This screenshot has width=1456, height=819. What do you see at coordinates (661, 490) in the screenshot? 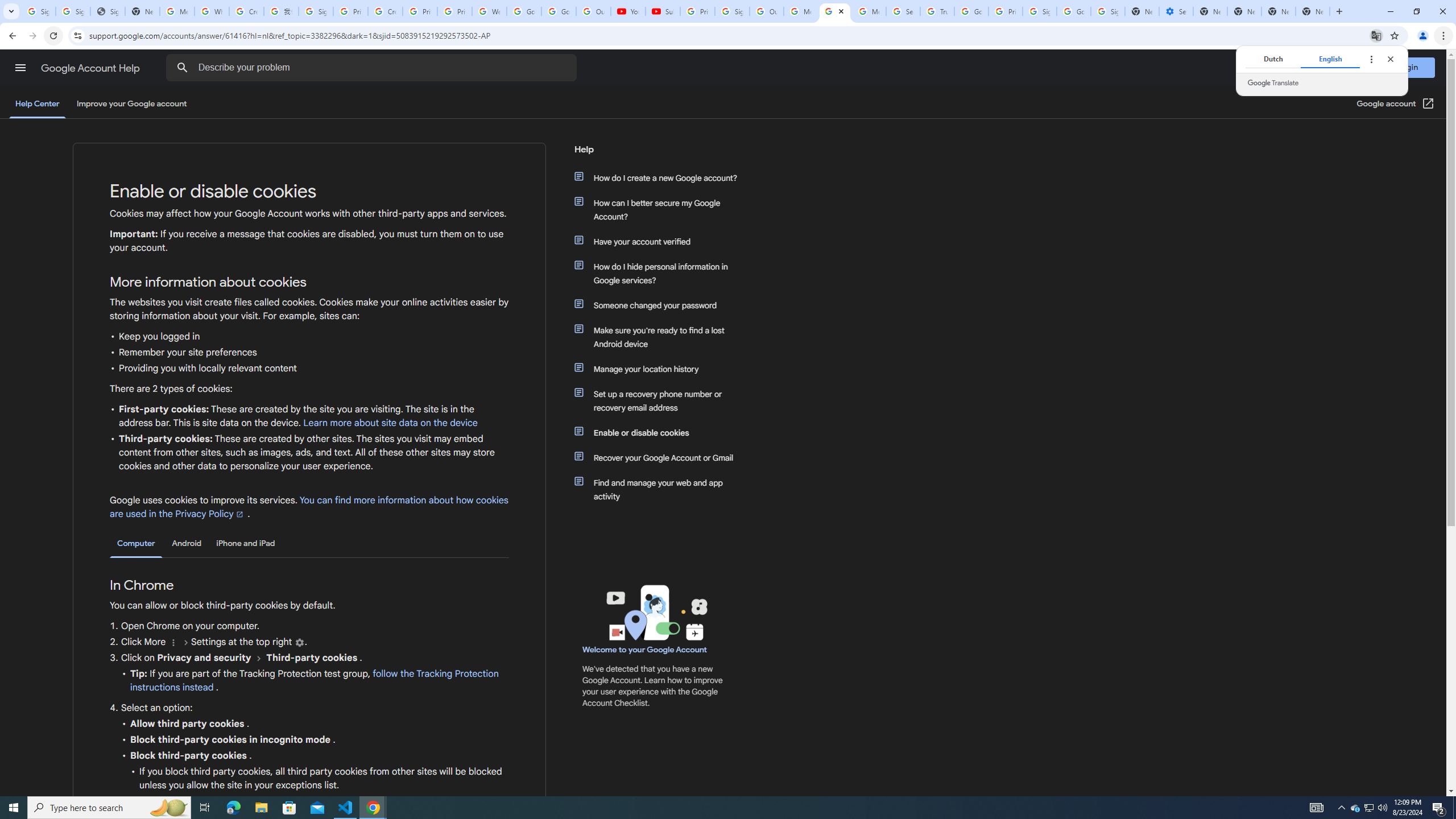
I see `'Find and manage your web and app activity'` at bounding box center [661, 490].